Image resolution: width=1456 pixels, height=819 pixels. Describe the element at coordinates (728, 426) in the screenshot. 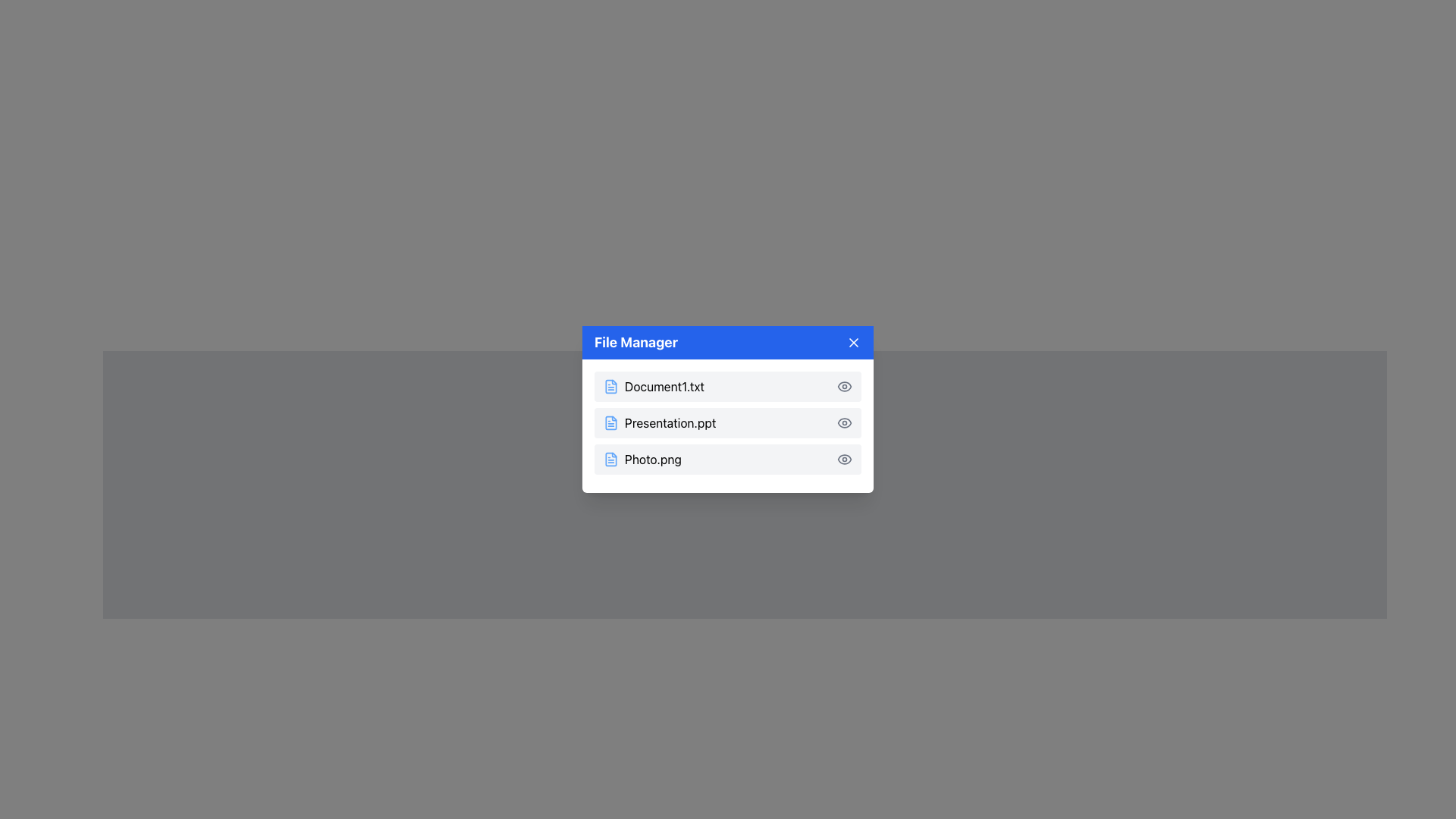

I see `the 'Presentation.ppt' file list item in the file manager` at that location.